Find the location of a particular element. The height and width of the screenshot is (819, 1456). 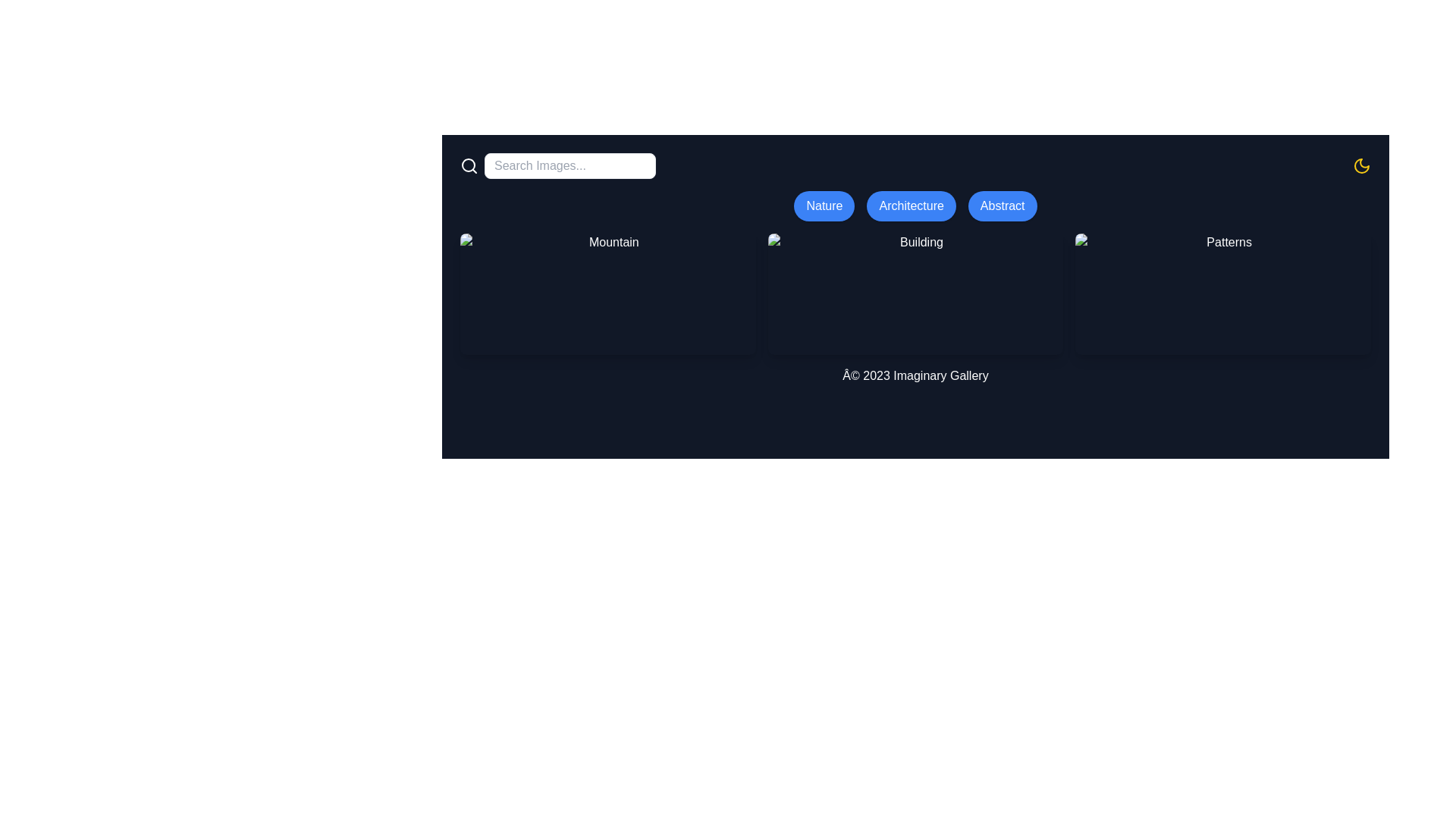

the leftmost button representing 'Nature' to trigger hover-specific effects is located at coordinates (824, 206).